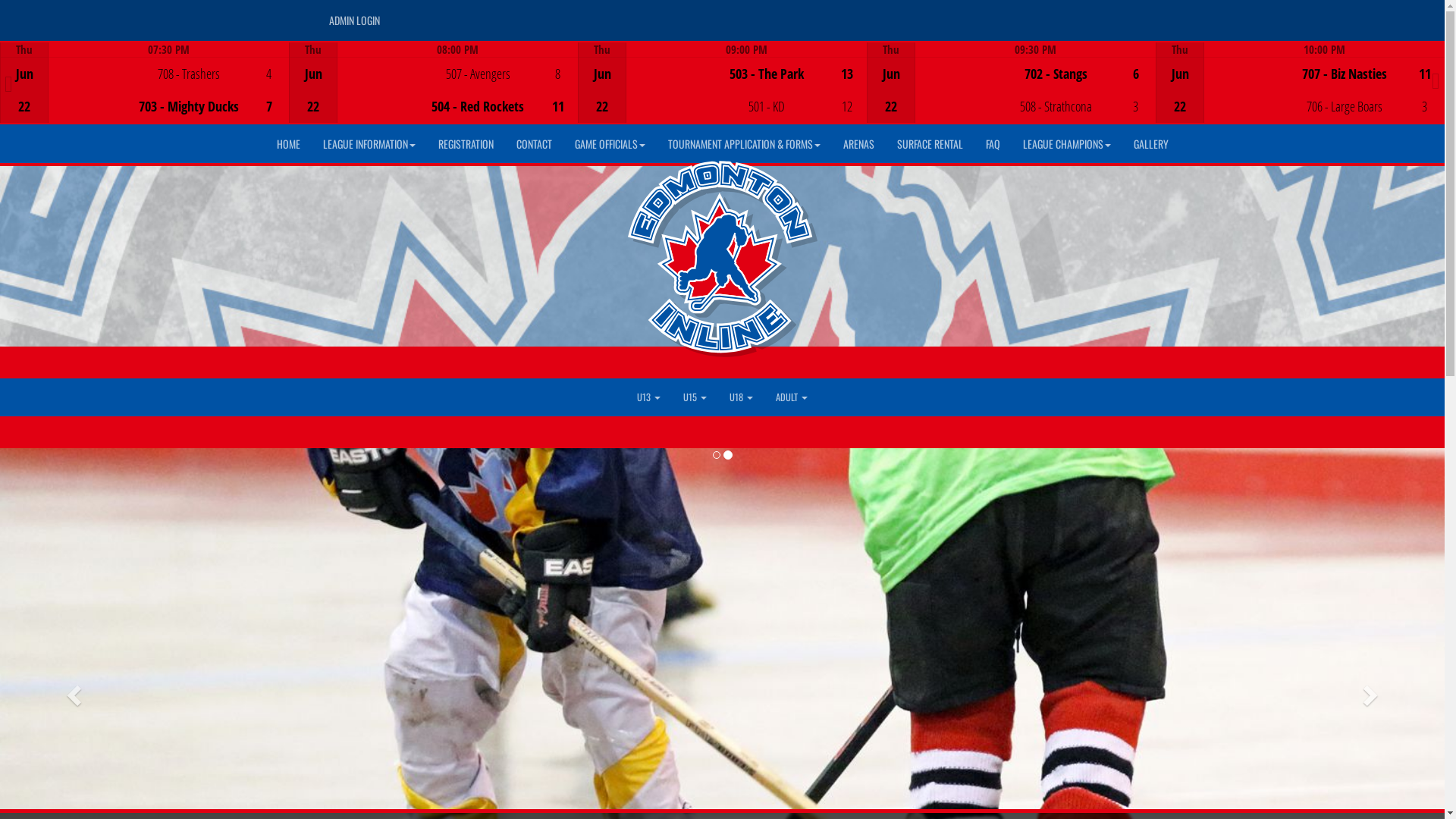 The width and height of the screenshot is (1456, 819). Describe the element at coordinates (973, 143) in the screenshot. I see `'FAQ'` at that location.